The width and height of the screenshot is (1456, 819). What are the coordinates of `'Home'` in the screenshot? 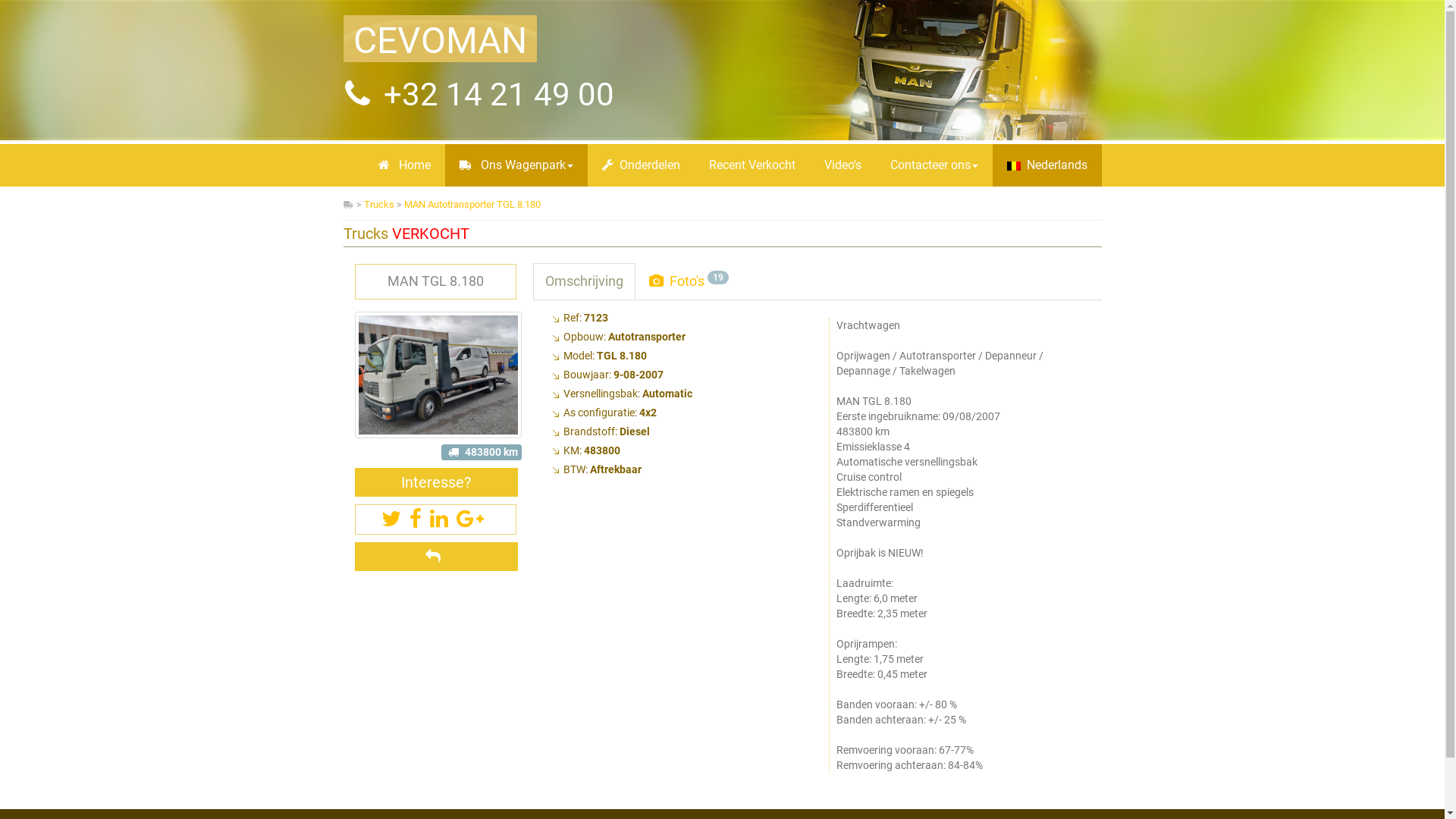 It's located at (404, 165).